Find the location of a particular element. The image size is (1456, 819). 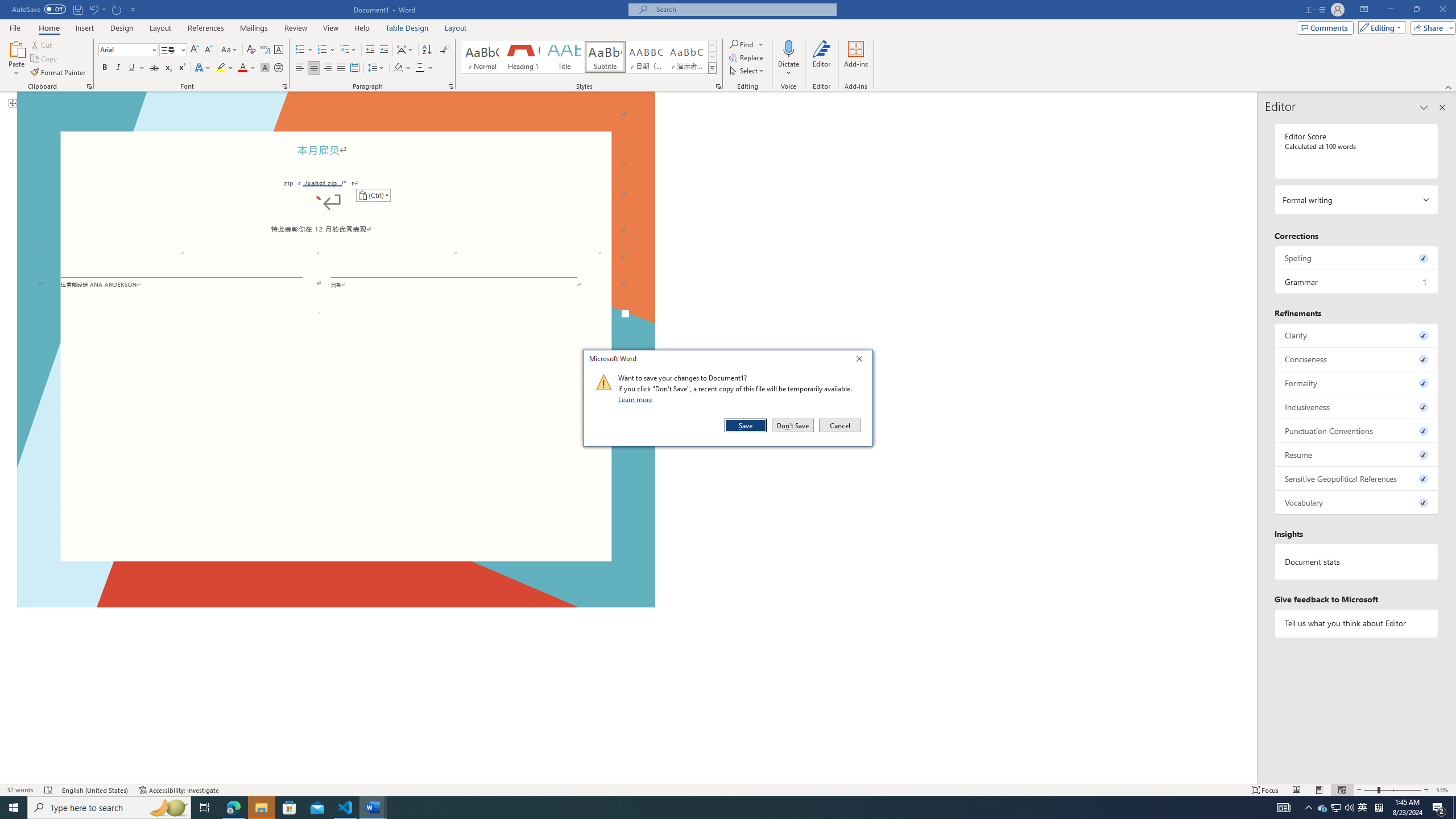

'Font Size' is located at coordinates (172, 49).